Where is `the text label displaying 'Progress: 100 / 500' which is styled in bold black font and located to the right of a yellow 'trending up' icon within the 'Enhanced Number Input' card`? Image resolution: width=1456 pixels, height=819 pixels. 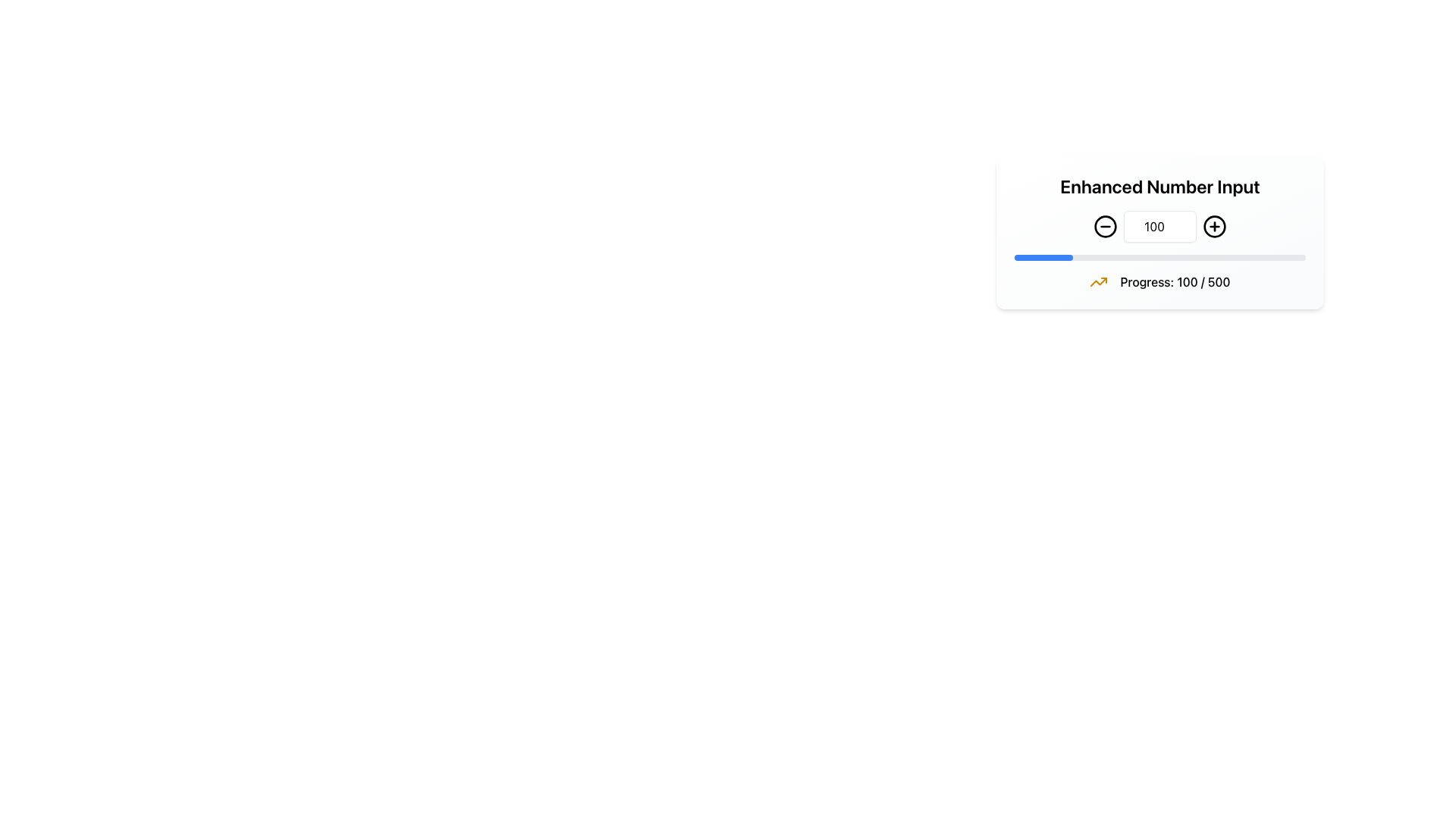
the text label displaying 'Progress: 100 / 500' which is styled in bold black font and located to the right of a yellow 'trending up' icon within the 'Enhanced Number Input' card is located at coordinates (1175, 281).